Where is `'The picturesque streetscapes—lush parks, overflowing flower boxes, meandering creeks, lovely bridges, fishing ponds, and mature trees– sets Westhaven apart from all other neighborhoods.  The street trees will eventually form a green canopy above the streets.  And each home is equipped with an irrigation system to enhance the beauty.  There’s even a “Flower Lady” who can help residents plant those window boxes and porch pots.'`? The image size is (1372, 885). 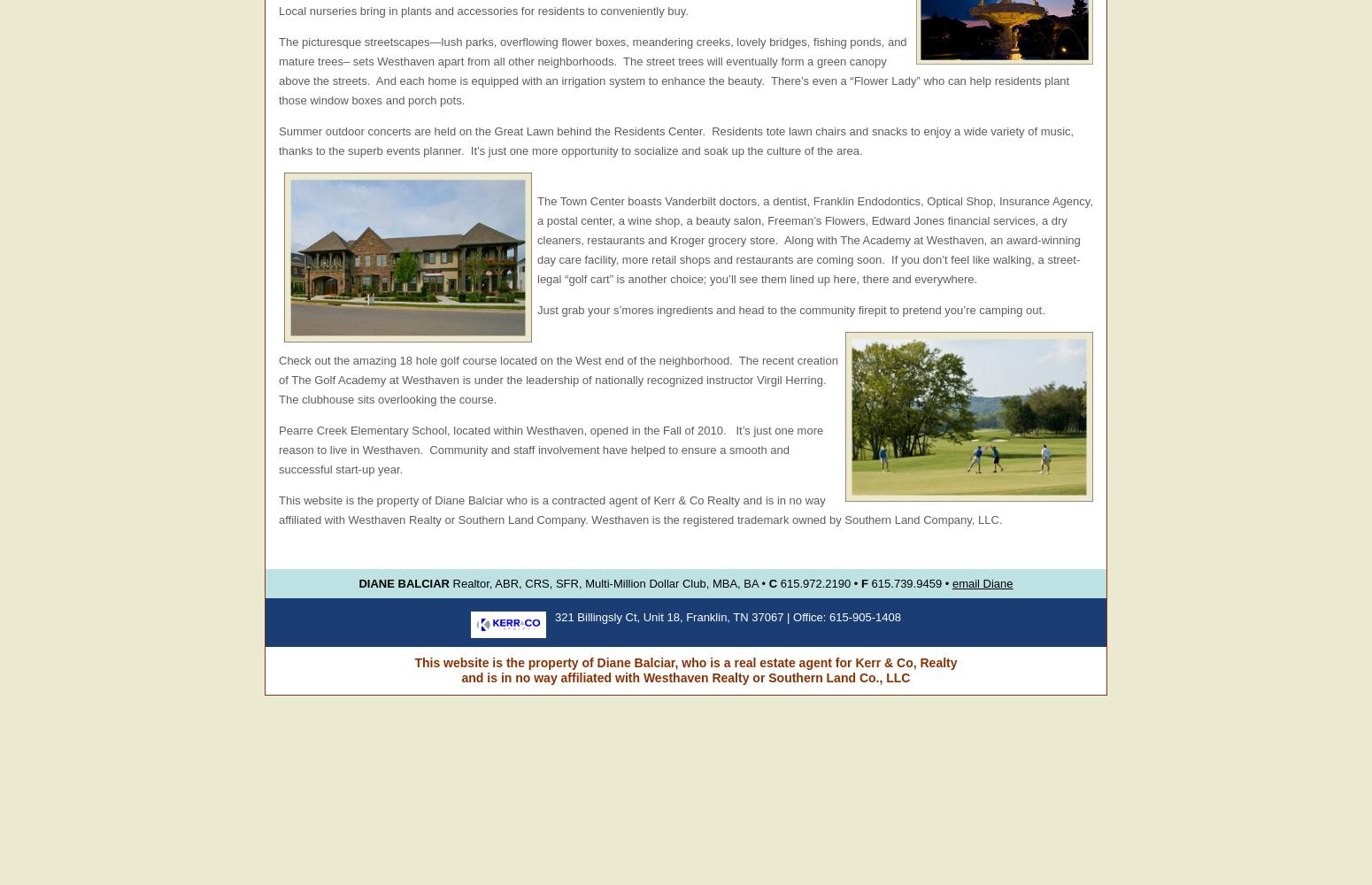 'The picturesque streetscapes—lush parks, overflowing flower boxes, meandering creeks, lovely bridges, fishing ponds, and mature trees– sets Westhaven apart from all other neighborhoods.  The street trees will eventually form a green canopy above the streets.  And each home is equipped with an irrigation system to enhance the beauty.  There’s even a “Flower Lady” who can help residents plant those window boxes and porch pots.' is located at coordinates (674, 70).